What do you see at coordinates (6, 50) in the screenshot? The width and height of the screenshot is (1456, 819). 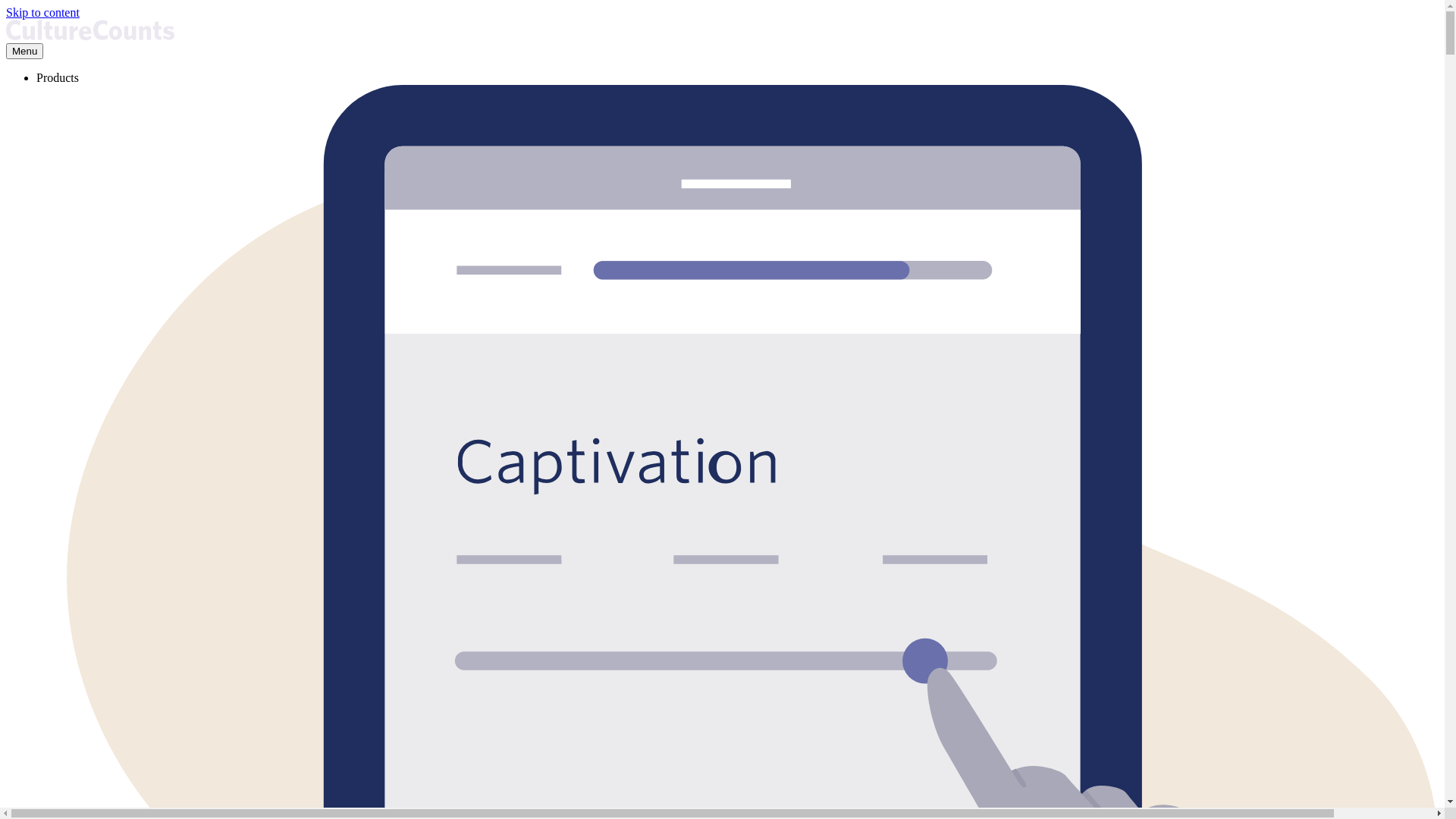 I see `'Menu'` at bounding box center [6, 50].